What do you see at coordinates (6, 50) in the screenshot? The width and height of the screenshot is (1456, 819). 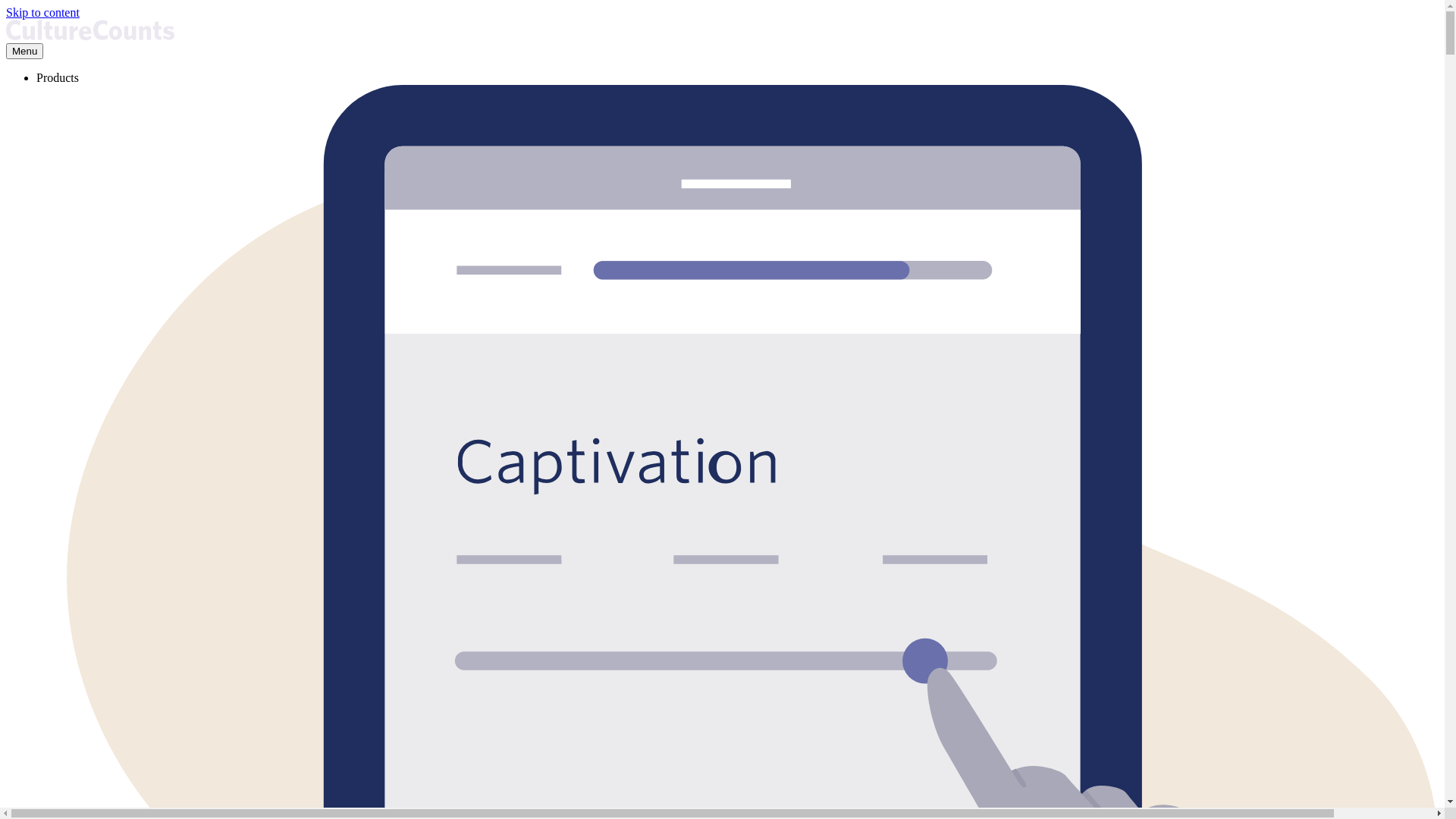 I see `'Menu'` at bounding box center [6, 50].